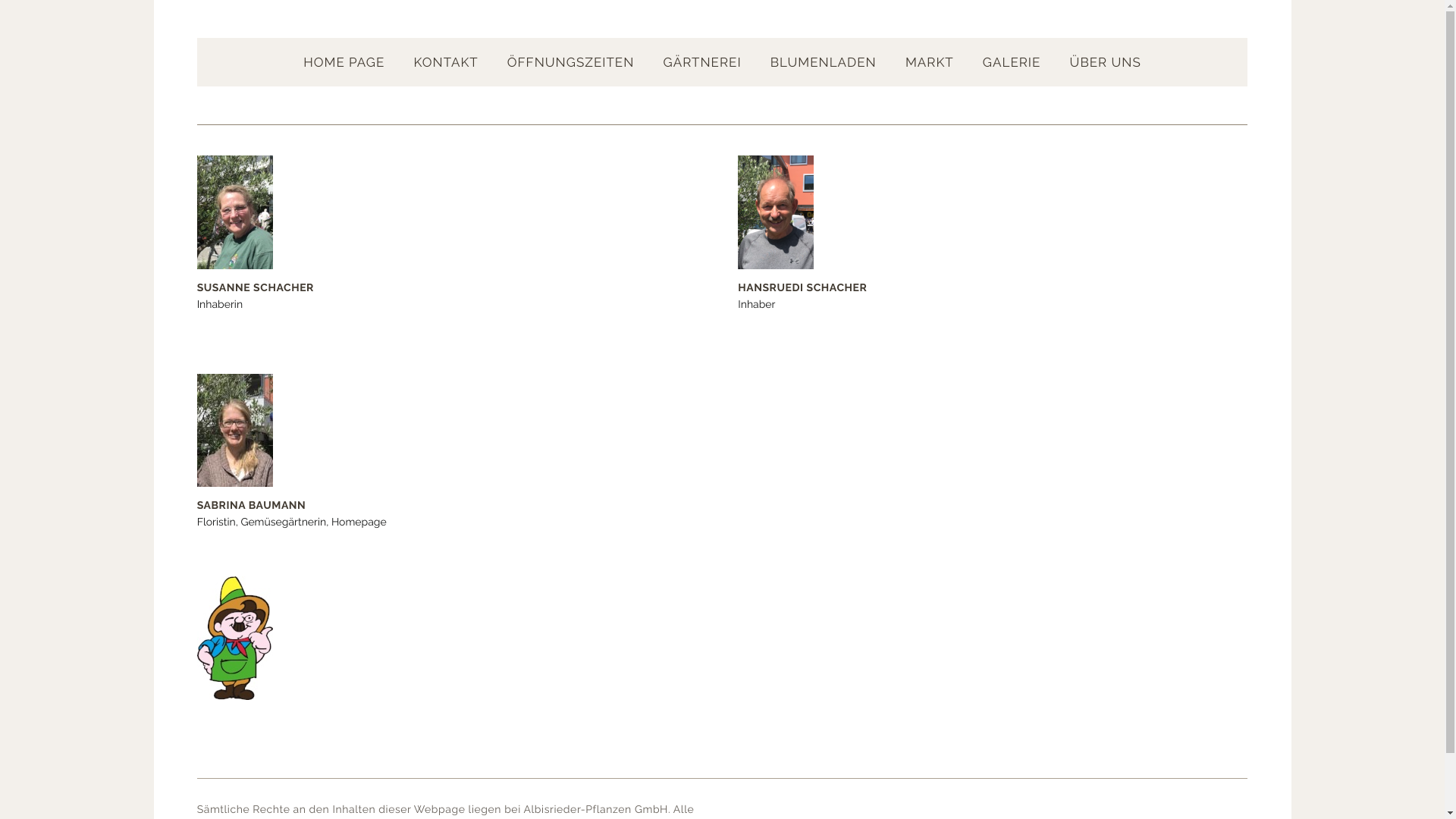 The width and height of the screenshot is (1456, 819). Describe the element at coordinates (400, 61) in the screenshot. I see `'KONTAKT'` at that location.